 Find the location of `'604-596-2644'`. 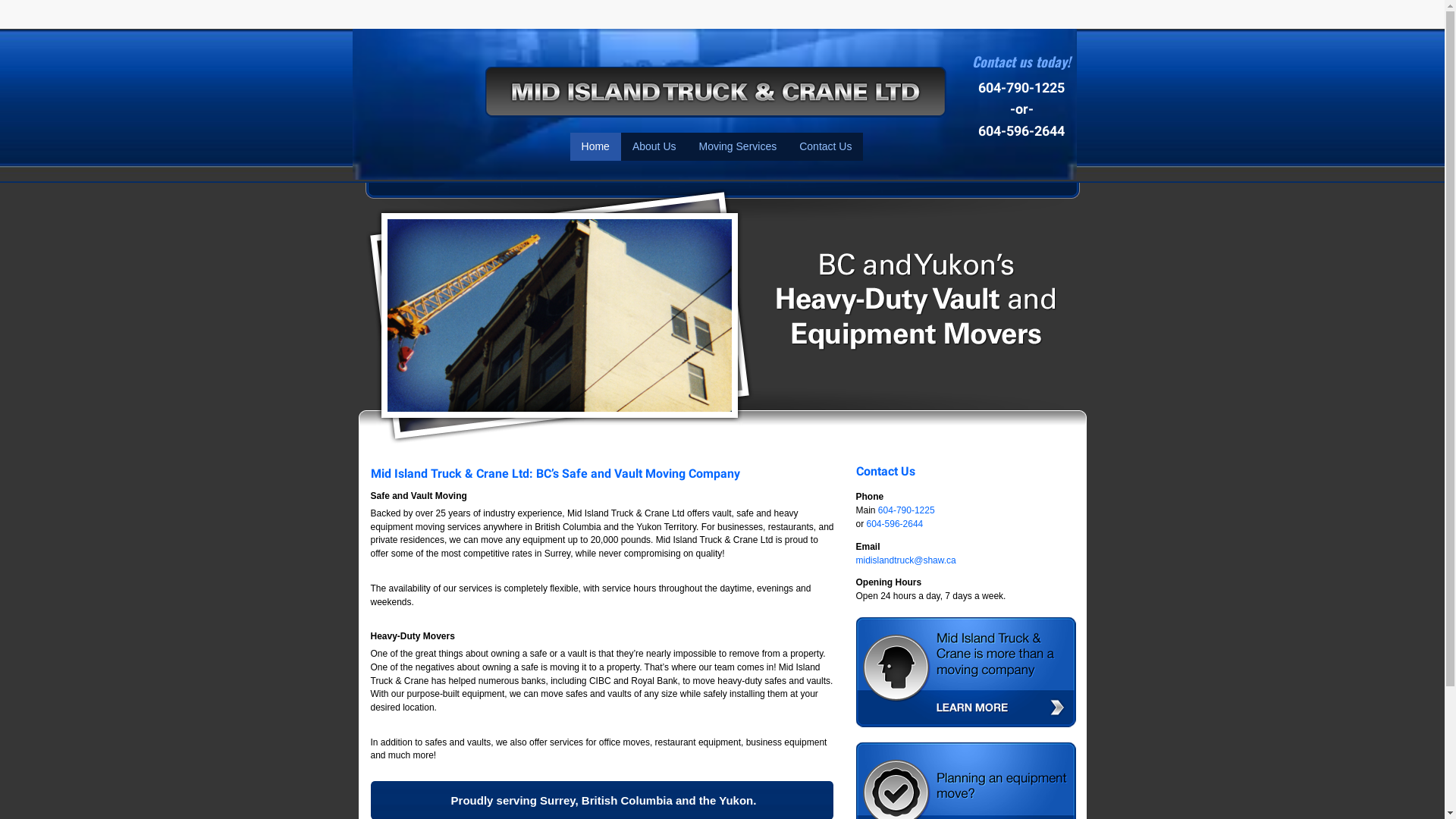

'604-596-2644' is located at coordinates (895, 522).